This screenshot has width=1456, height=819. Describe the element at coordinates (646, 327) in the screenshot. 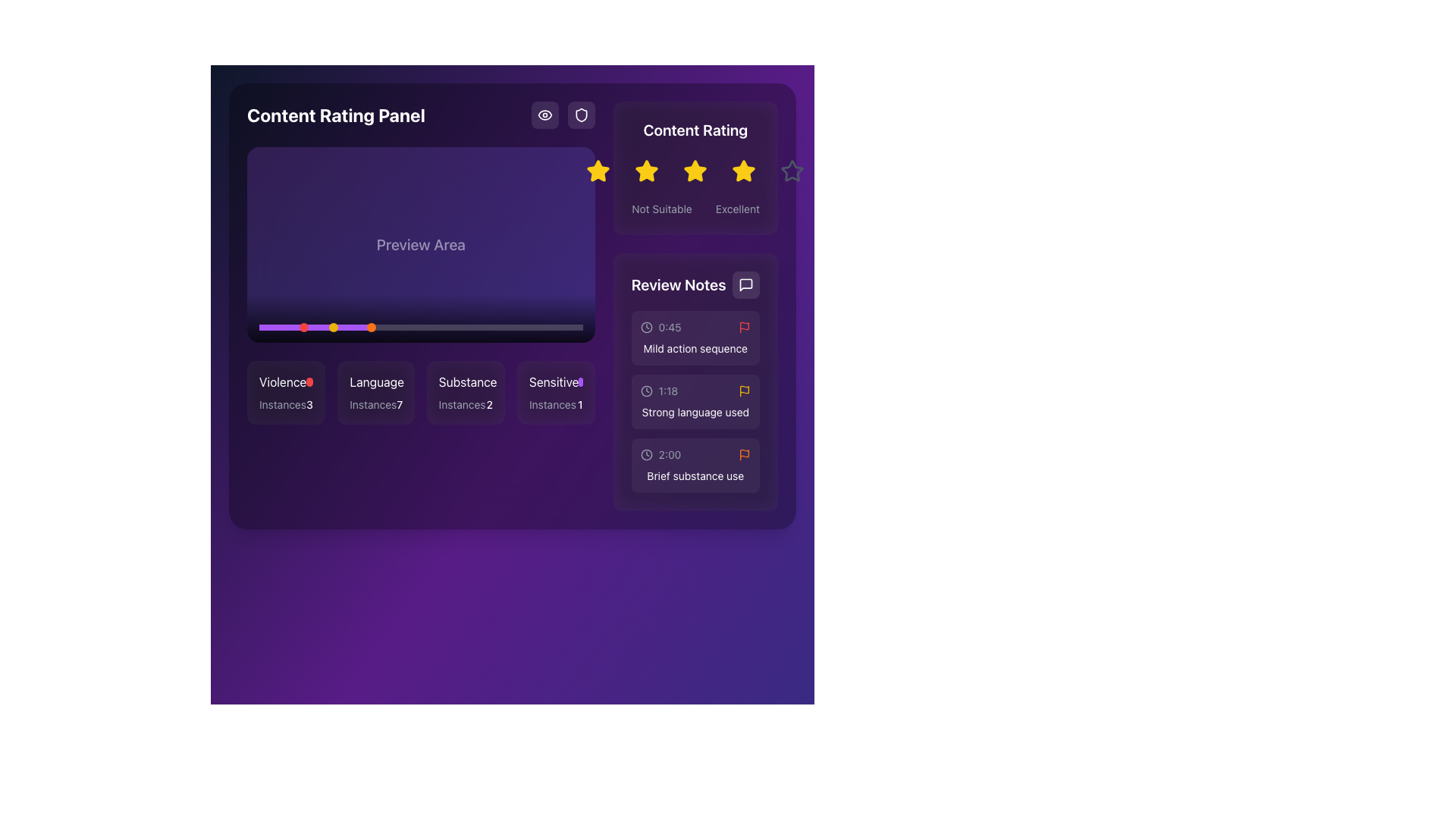

I see `the clock icon with a circular outline and clock hands located in the 'Review Notes' section, preceding the timestamp '0:45'` at that location.